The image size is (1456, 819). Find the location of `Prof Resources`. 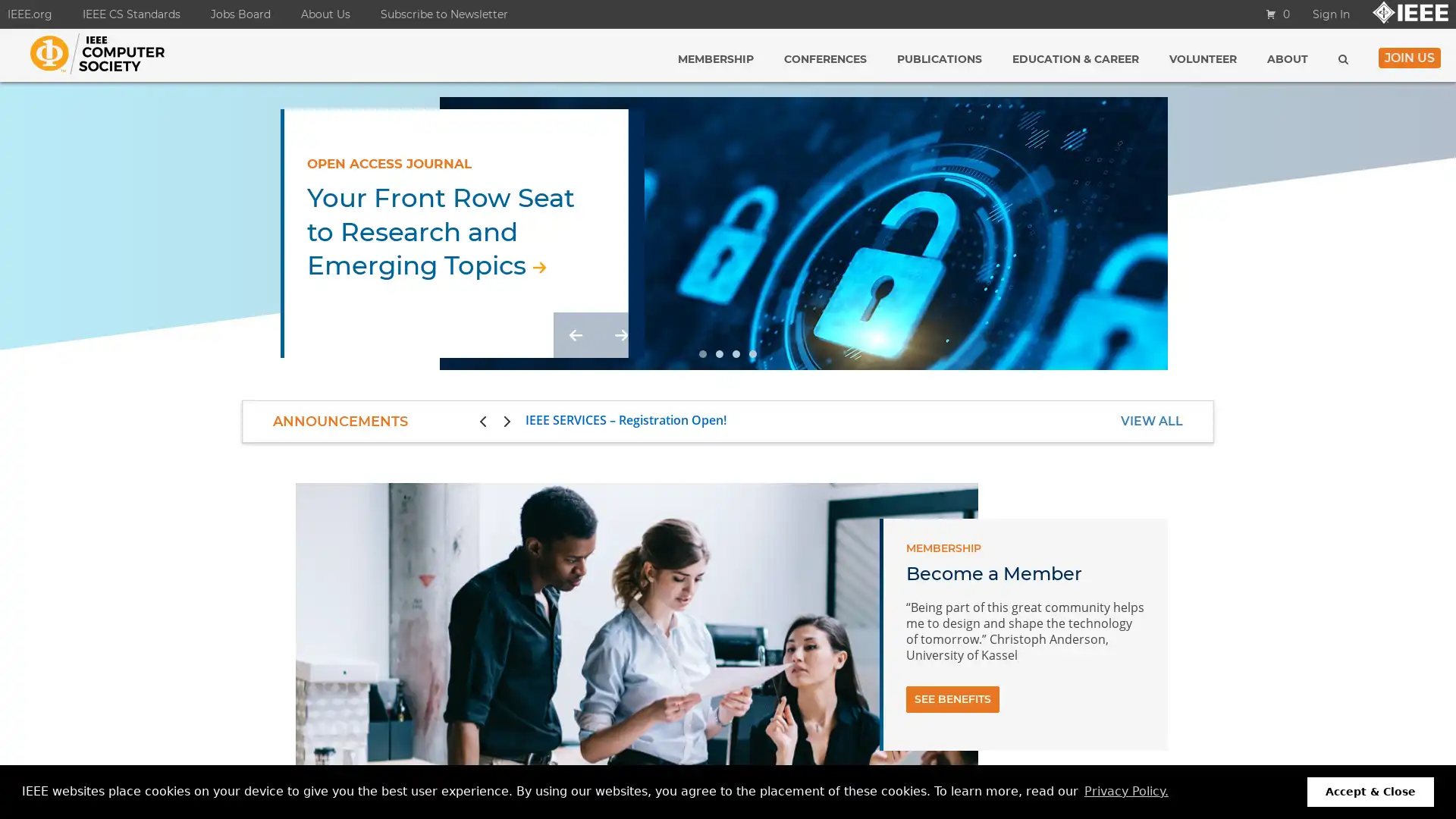

Prof Resources is located at coordinates (736, 353).